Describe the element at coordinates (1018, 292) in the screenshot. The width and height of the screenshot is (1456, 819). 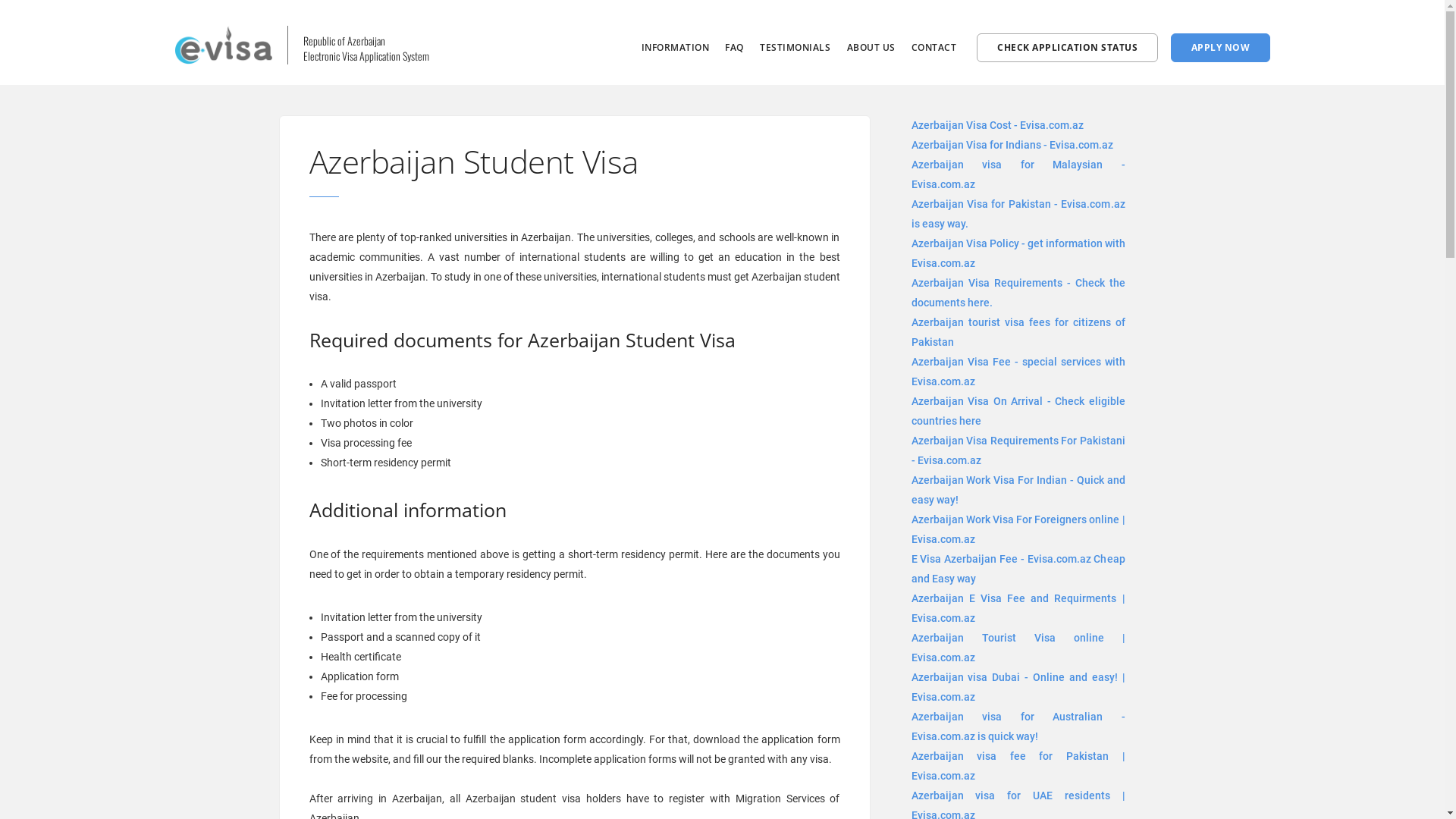
I see `'Azerbaijan Visa Requirements - Check the documents here.'` at that location.